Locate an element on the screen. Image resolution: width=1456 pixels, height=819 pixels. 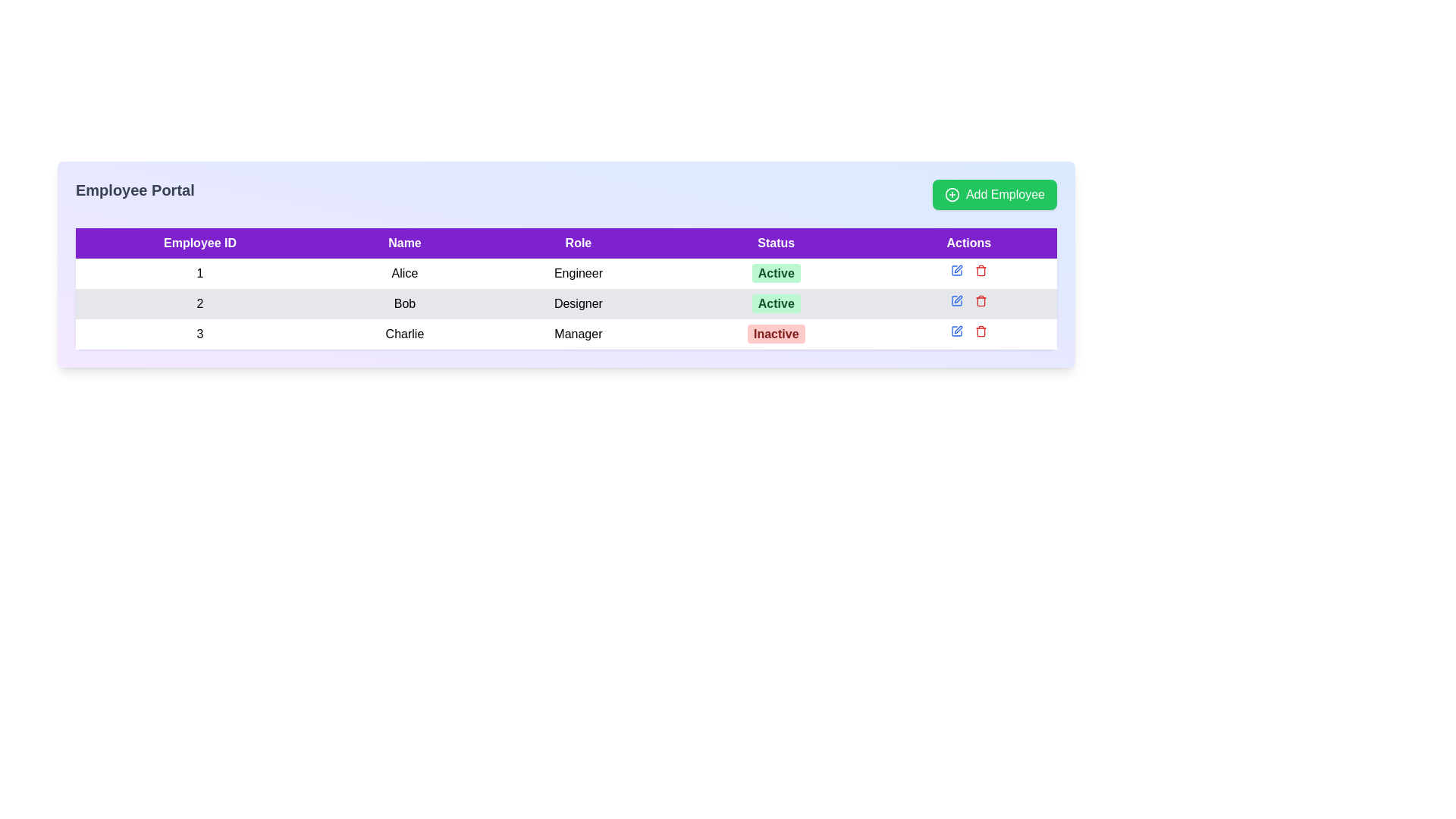
the Text element that signifies the employee identification number for 'Bob', located in the second row under the 'Employee ID' column is located at coordinates (199, 304).